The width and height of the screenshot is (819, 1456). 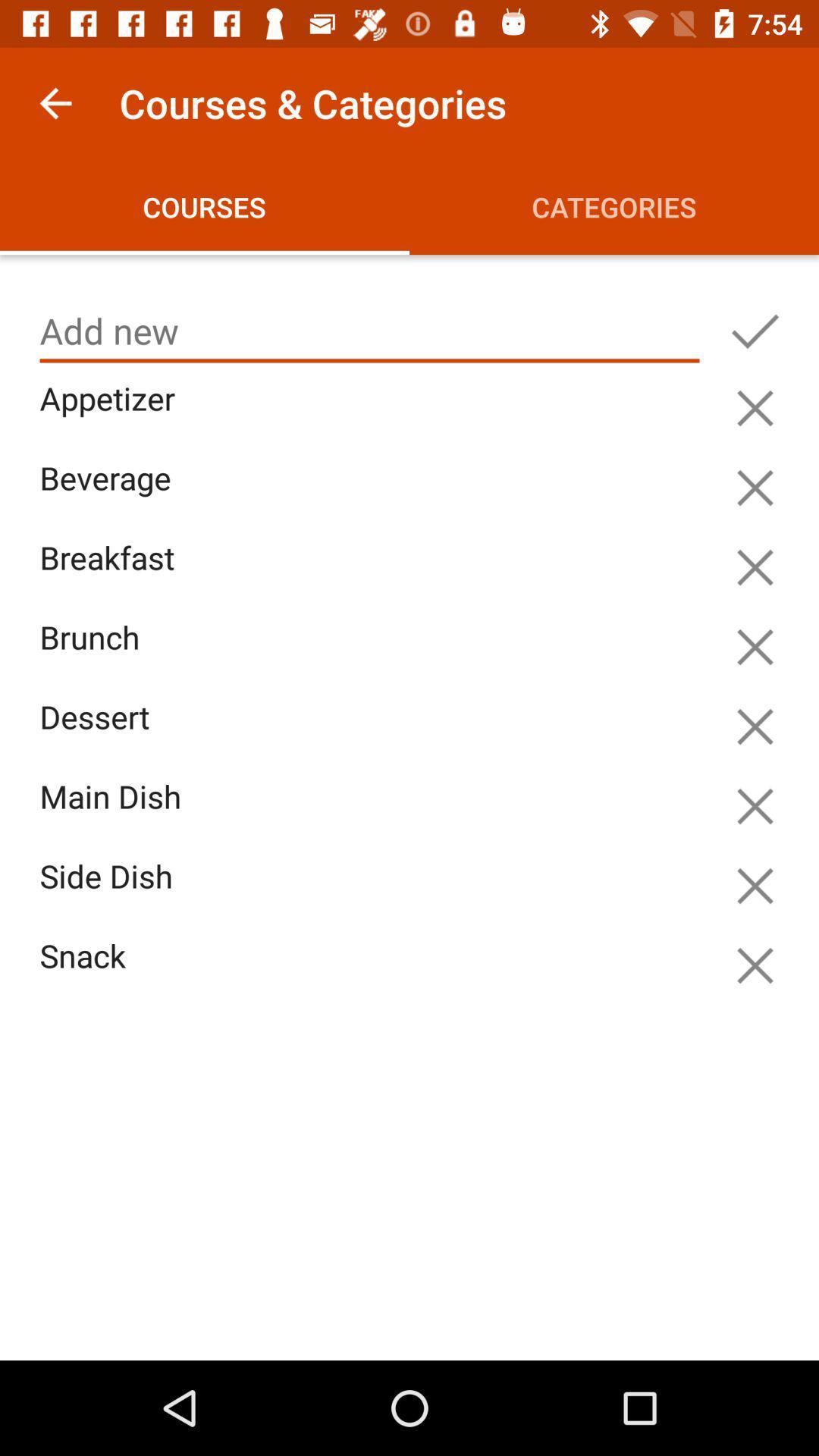 I want to click on the snack, so click(x=373, y=973).